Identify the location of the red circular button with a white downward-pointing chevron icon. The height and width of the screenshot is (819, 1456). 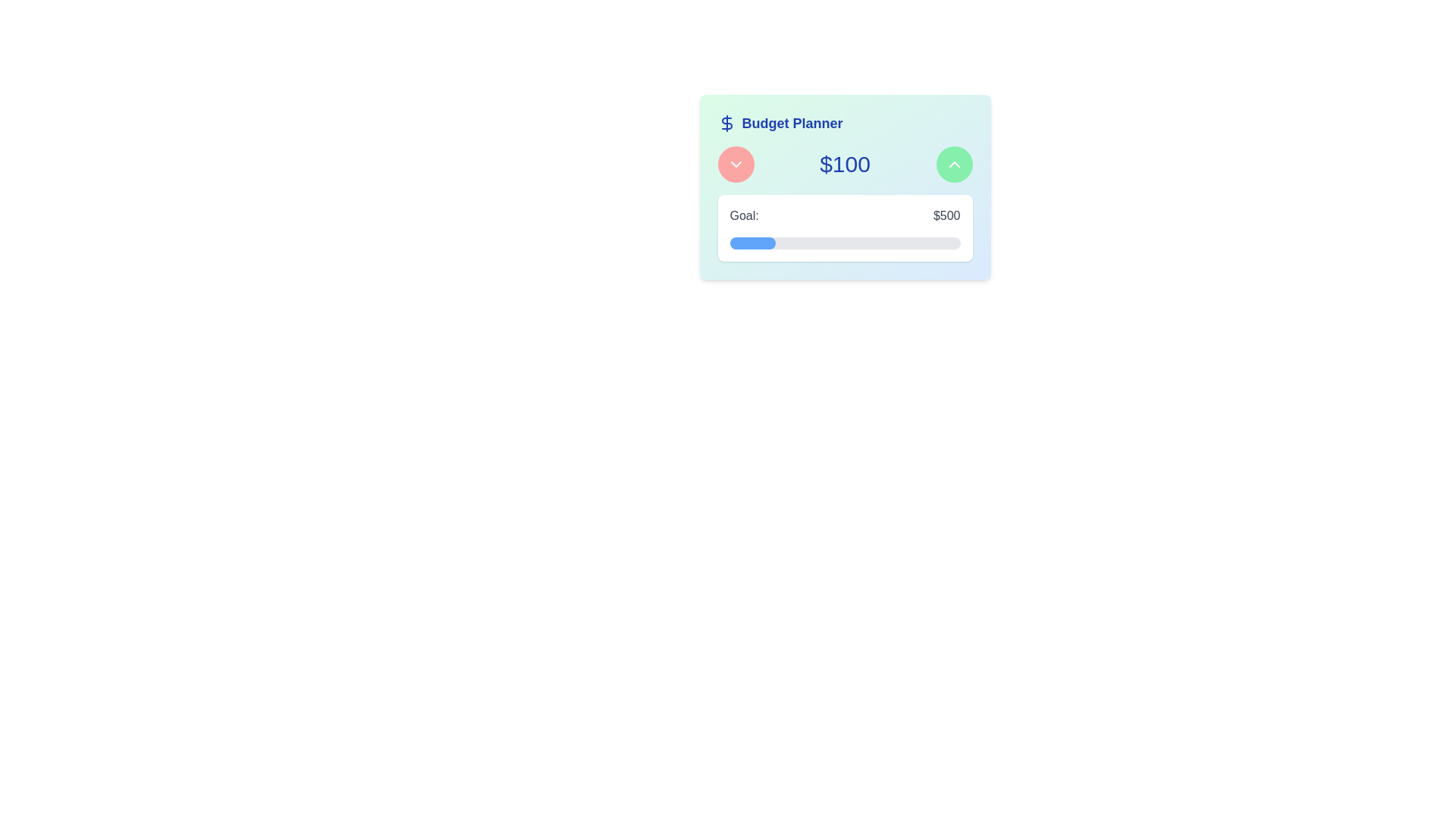
(736, 164).